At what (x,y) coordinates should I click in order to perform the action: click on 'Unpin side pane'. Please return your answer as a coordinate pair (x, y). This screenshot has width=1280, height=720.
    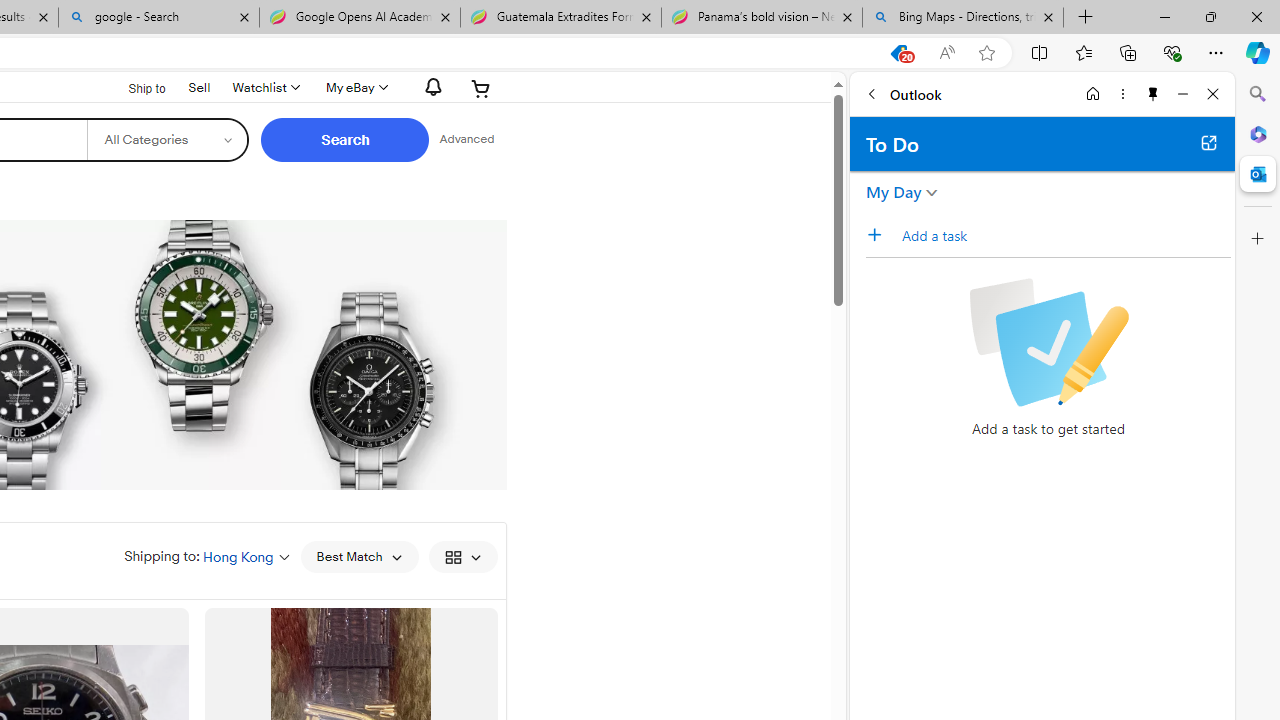
    Looking at the image, I should click on (1153, 93).